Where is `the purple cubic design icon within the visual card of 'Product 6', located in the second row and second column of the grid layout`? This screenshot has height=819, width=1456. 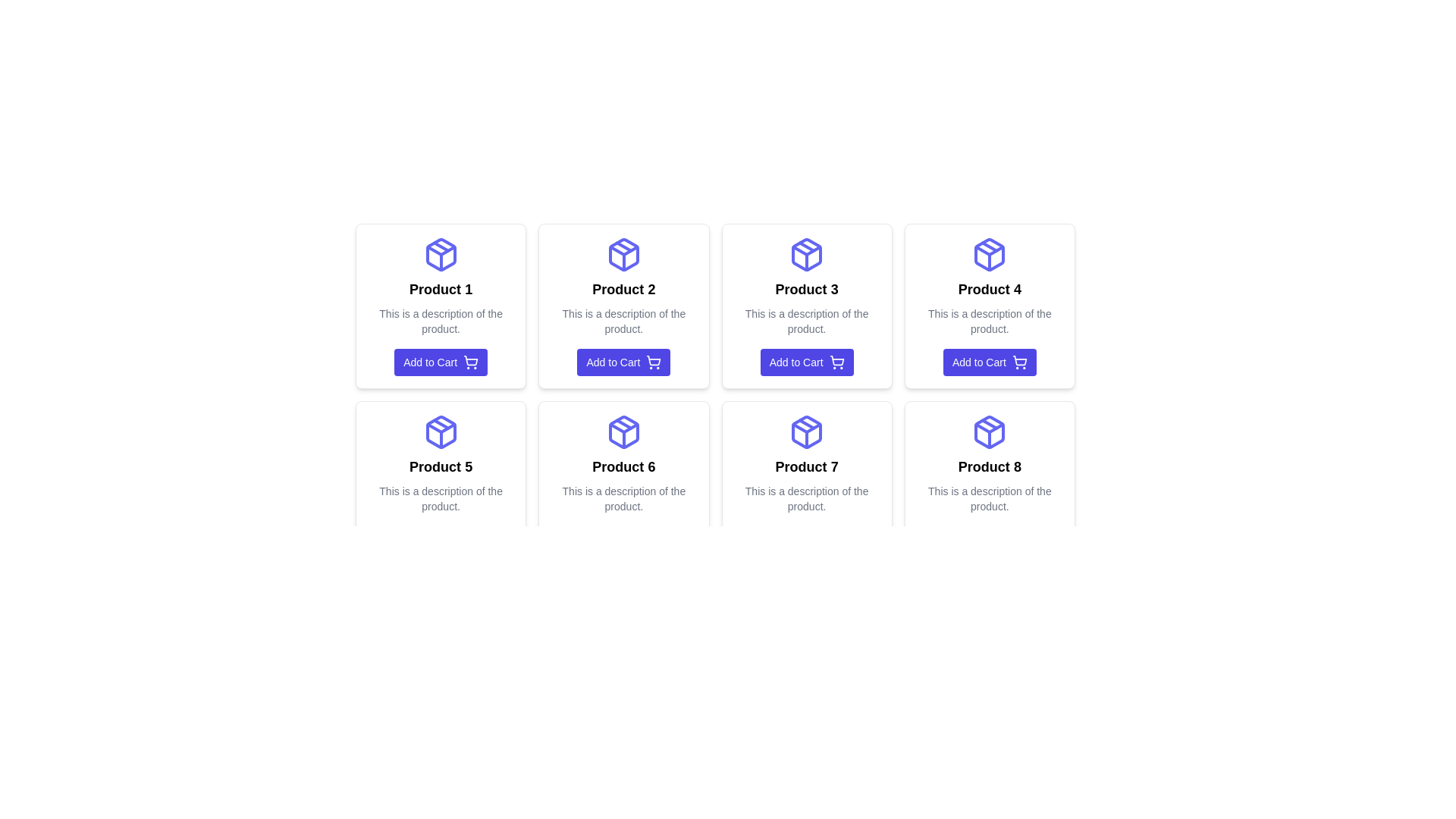
the purple cubic design icon within the visual card of 'Product 6', located in the second row and second column of the grid layout is located at coordinates (623, 432).